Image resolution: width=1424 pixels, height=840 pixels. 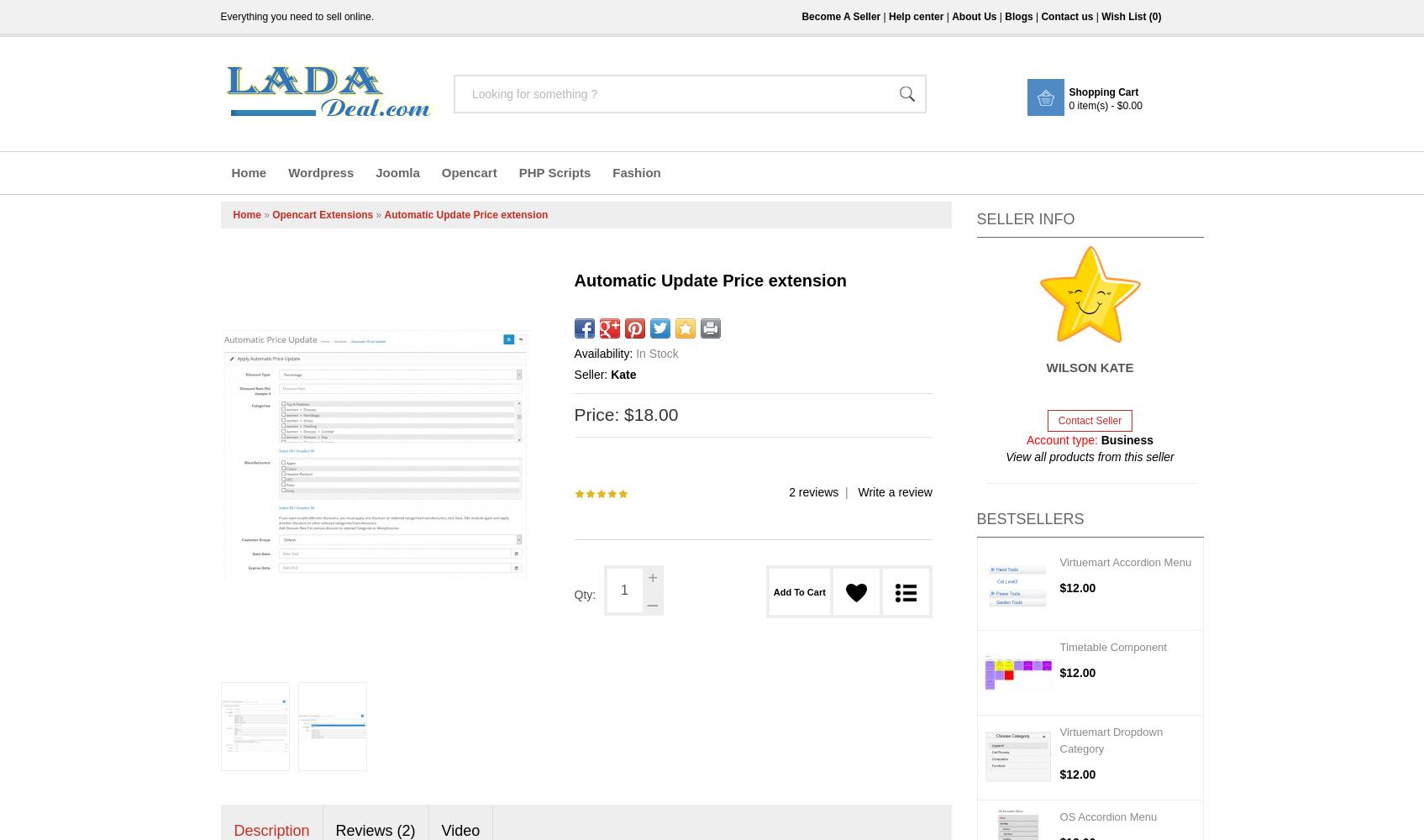 What do you see at coordinates (1111, 740) in the screenshot?
I see `'Virtuemart Dropdown Category'` at bounding box center [1111, 740].